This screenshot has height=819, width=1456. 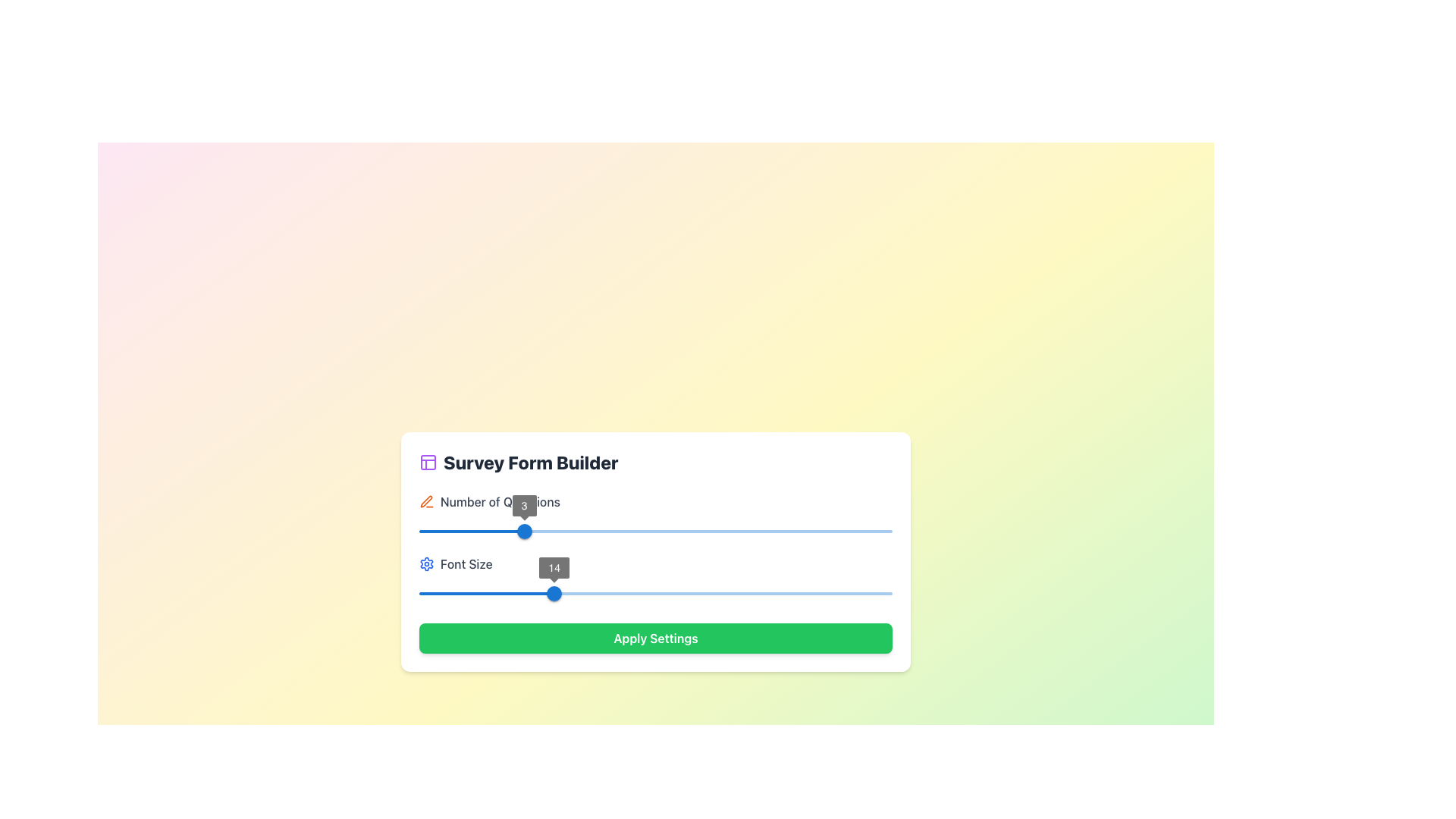 What do you see at coordinates (425, 564) in the screenshot?
I see `the settings icon located at the top-right corner of the Survey Form Builder interface` at bounding box center [425, 564].